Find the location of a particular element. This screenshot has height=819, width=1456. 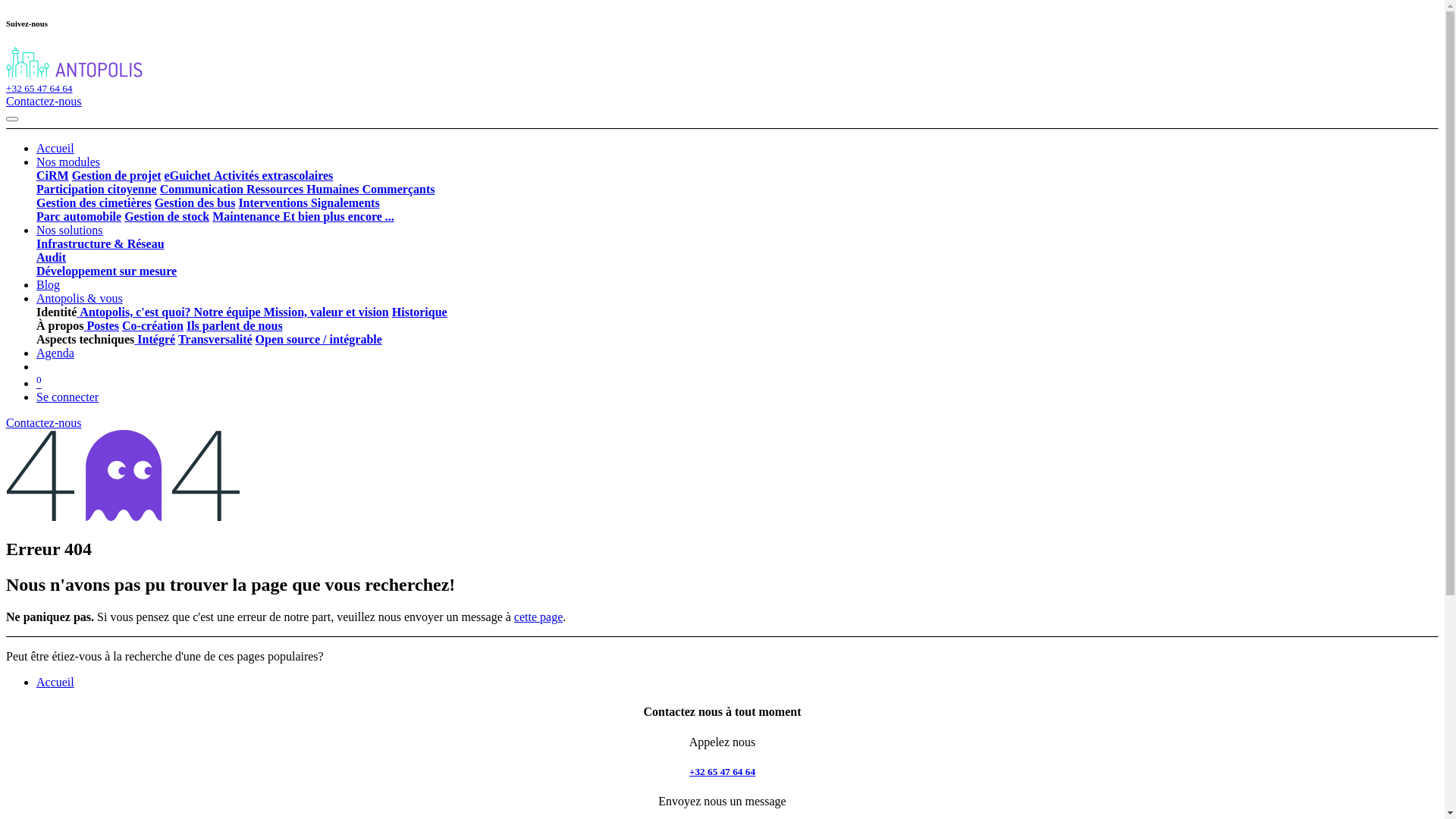

'cette page' is located at coordinates (538, 617).